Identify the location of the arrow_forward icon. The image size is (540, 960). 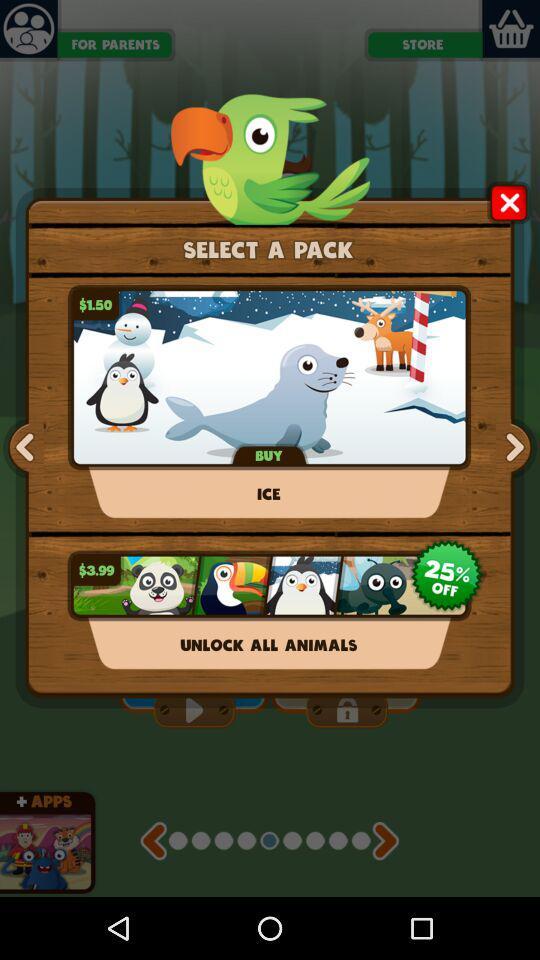
(512, 480).